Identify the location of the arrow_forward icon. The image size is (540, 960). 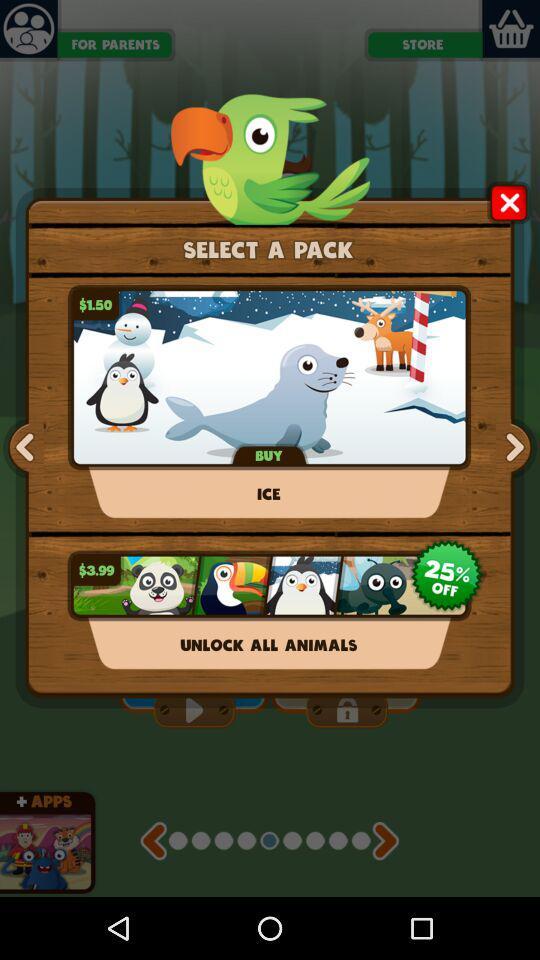
(512, 480).